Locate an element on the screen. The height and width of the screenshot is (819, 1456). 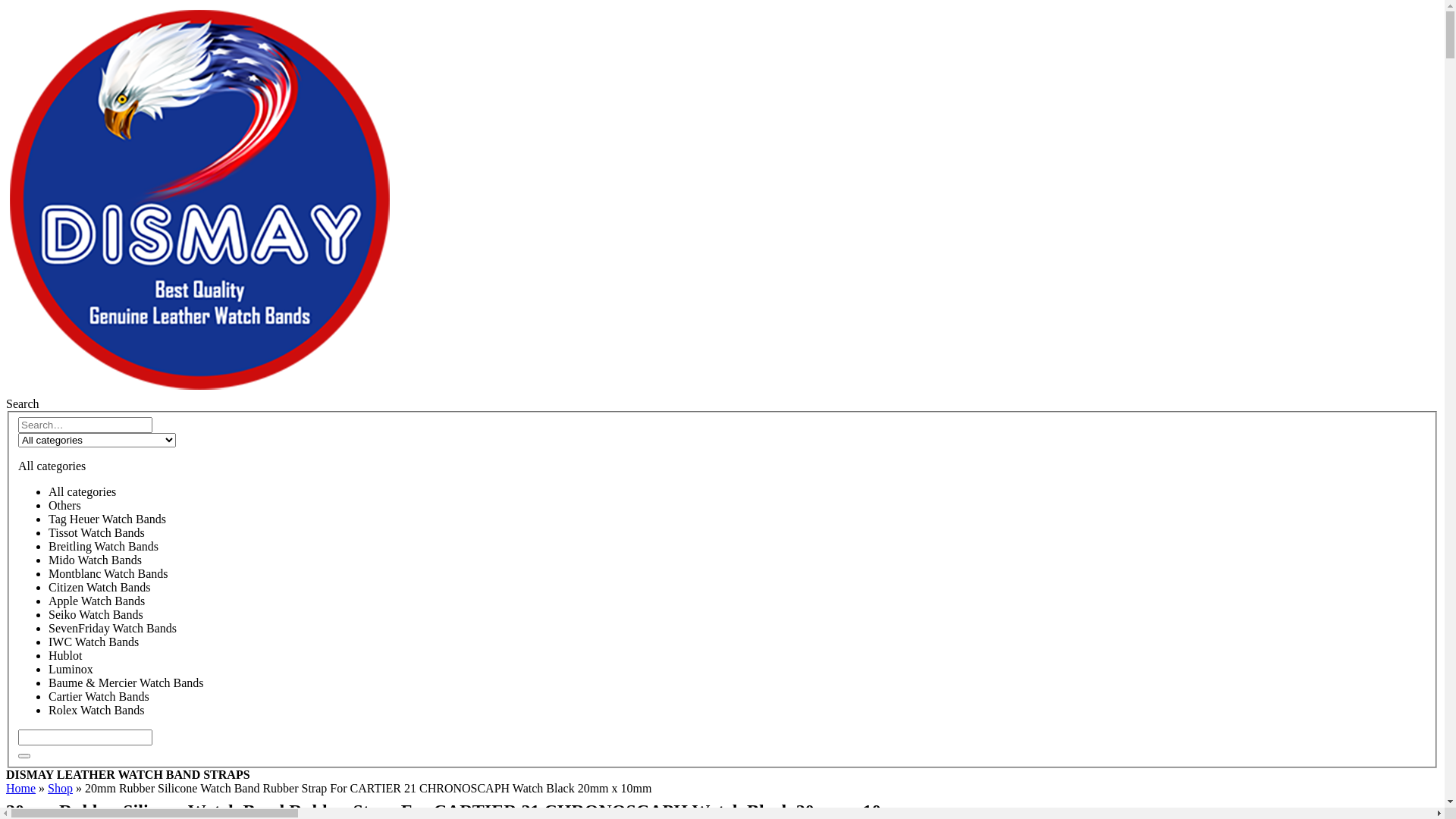
'Shop' is located at coordinates (47, 787).